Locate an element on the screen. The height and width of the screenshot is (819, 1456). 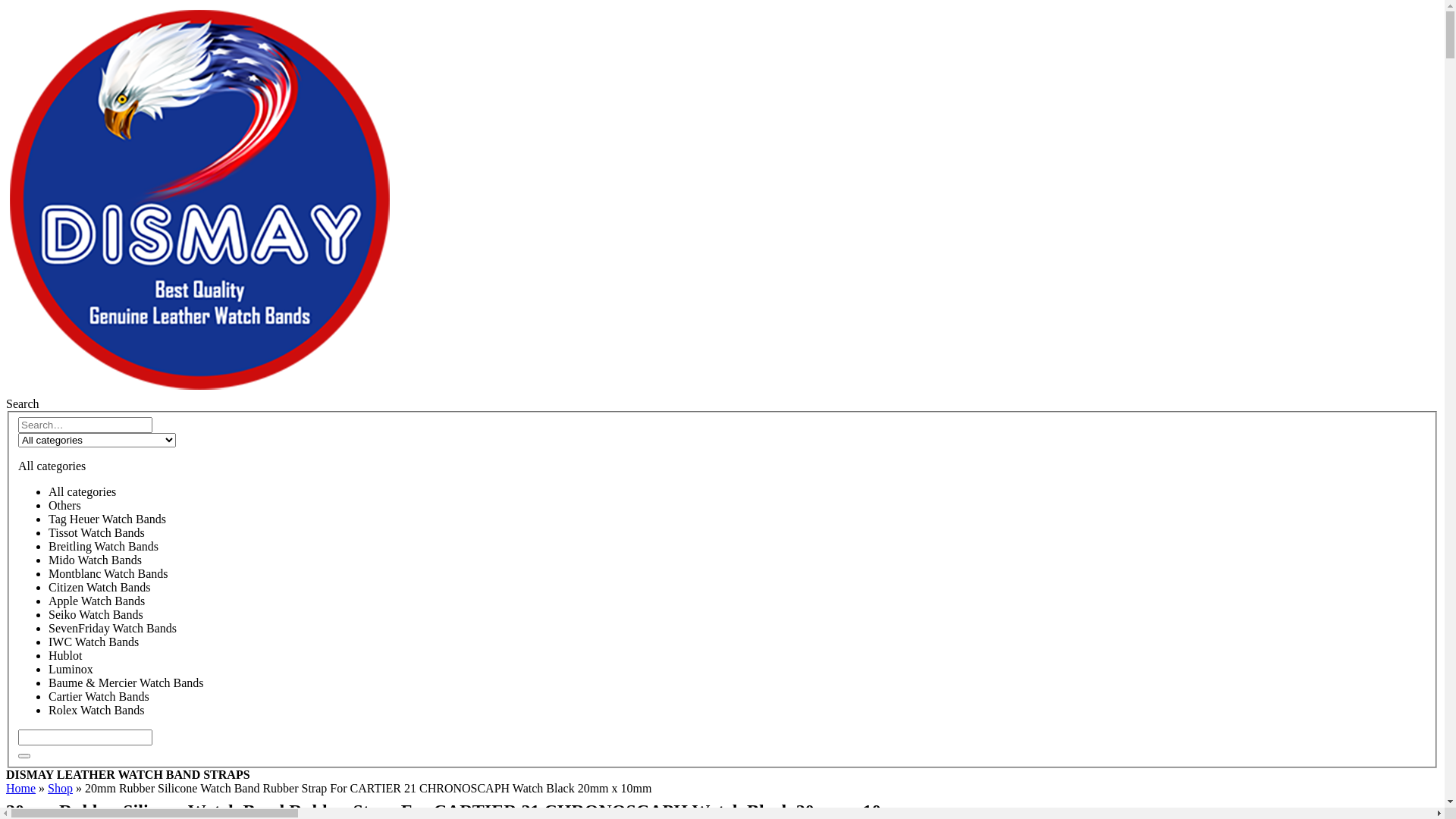
'Shop' is located at coordinates (47, 787).